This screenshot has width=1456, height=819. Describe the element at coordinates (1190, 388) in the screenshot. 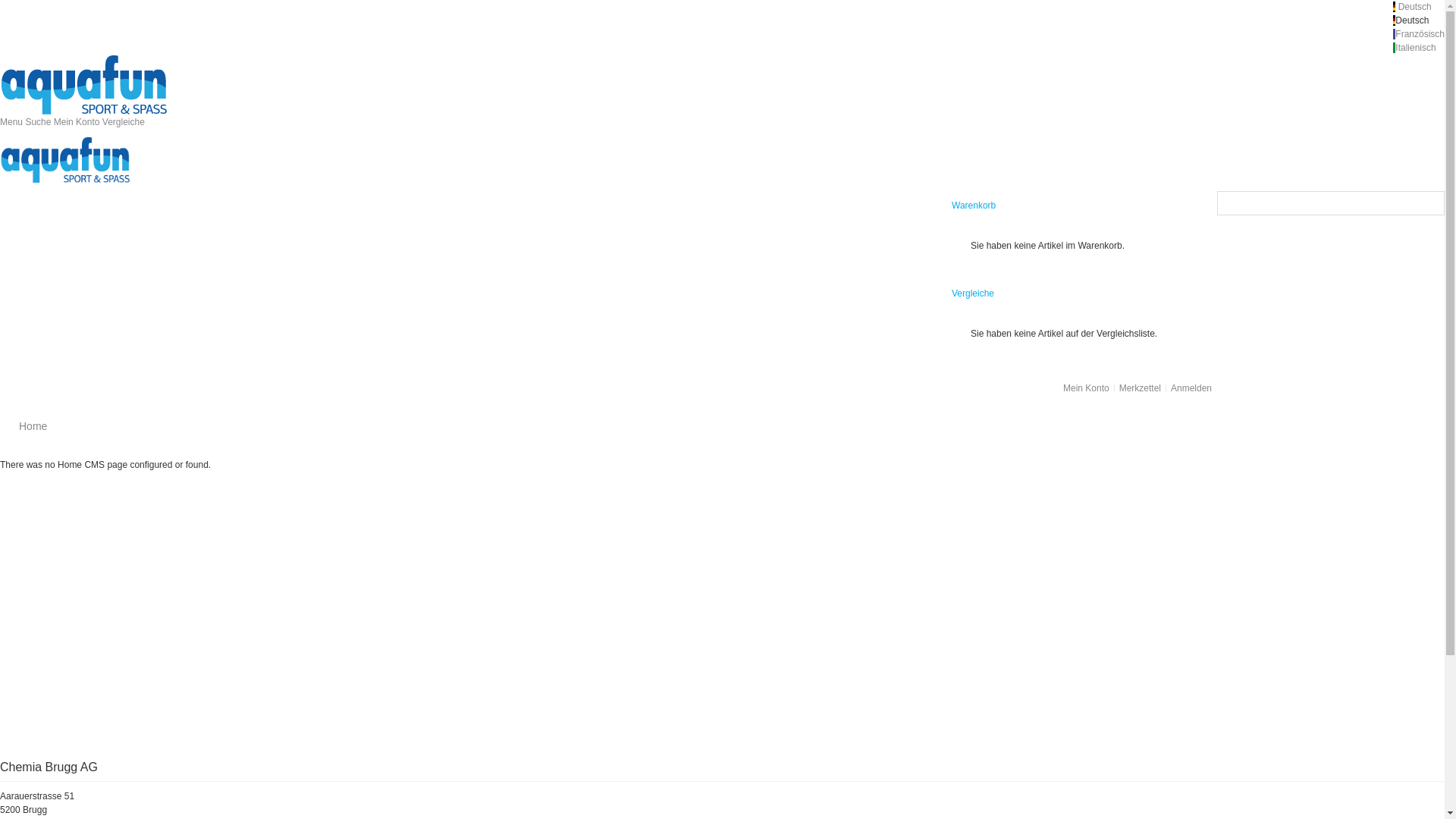

I see `'Anmelden'` at that location.